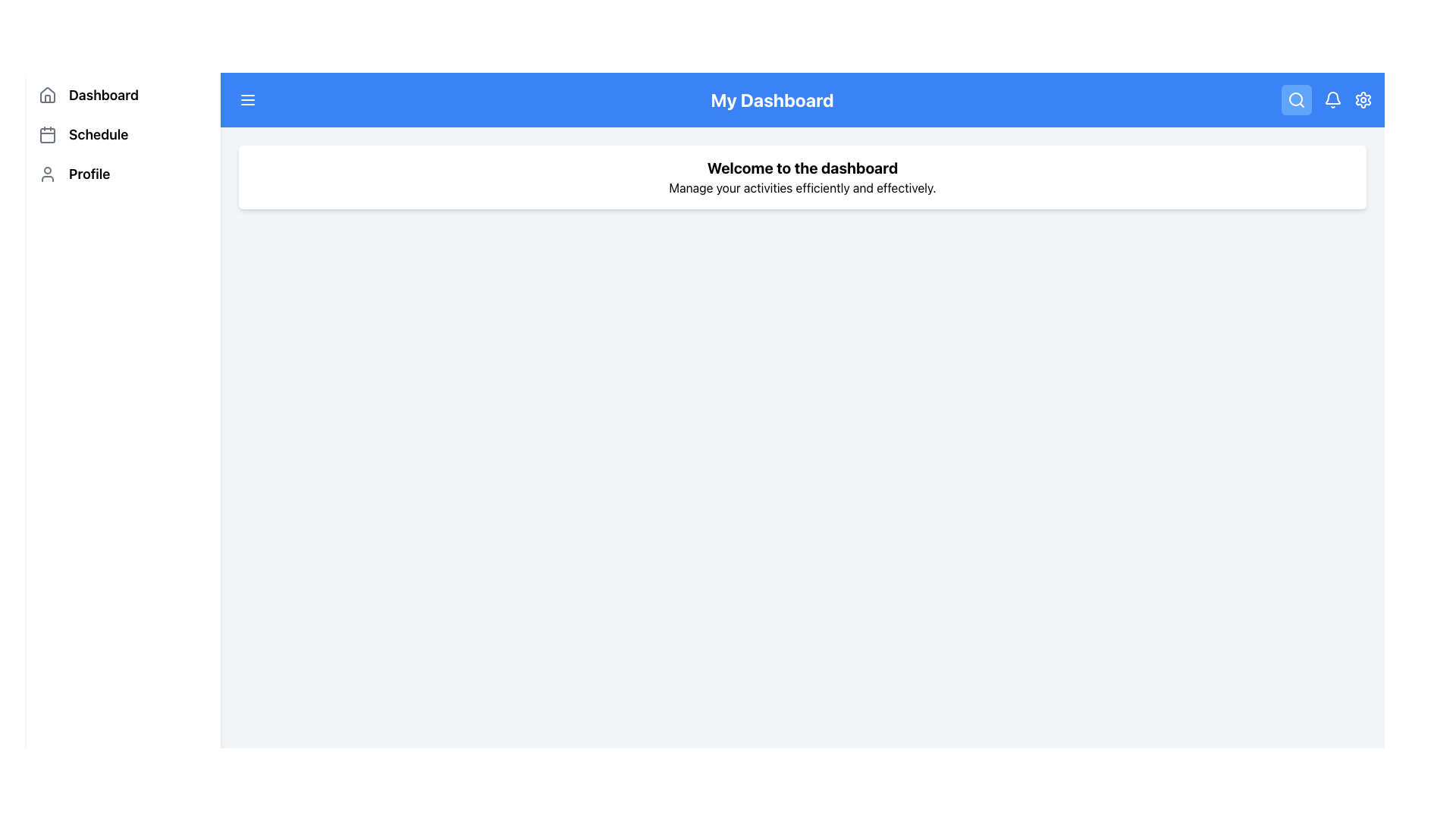 The width and height of the screenshot is (1456, 819). I want to click on the inner rectangle of the calendar icon for the 'Schedule' menu item in the sidebar navigation menu, so click(47, 134).